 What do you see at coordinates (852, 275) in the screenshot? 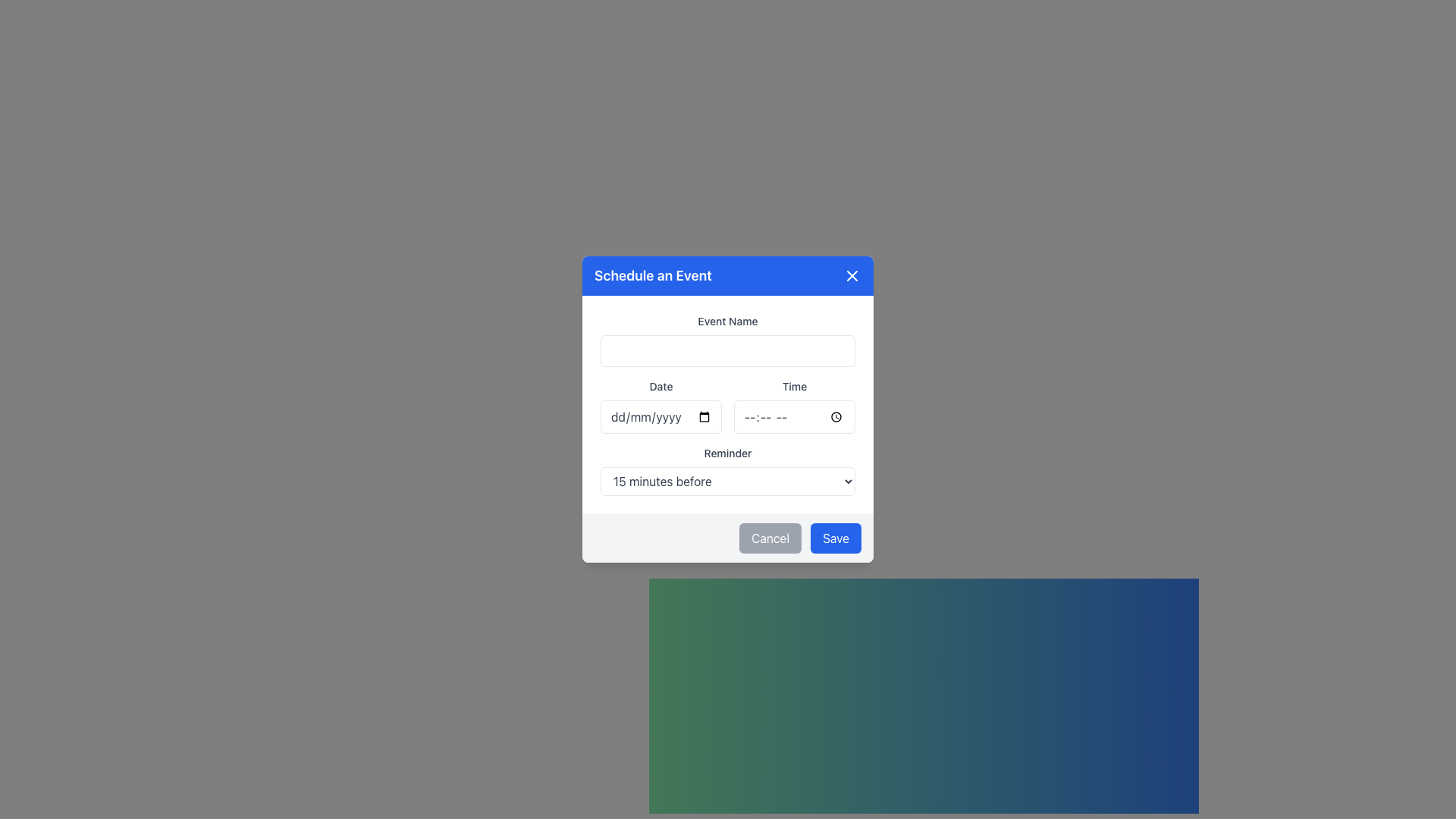
I see `the small red 'X' button in the top-right corner of the blue modal header labeled 'Schedule an Event'` at bounding box center [852, 275].